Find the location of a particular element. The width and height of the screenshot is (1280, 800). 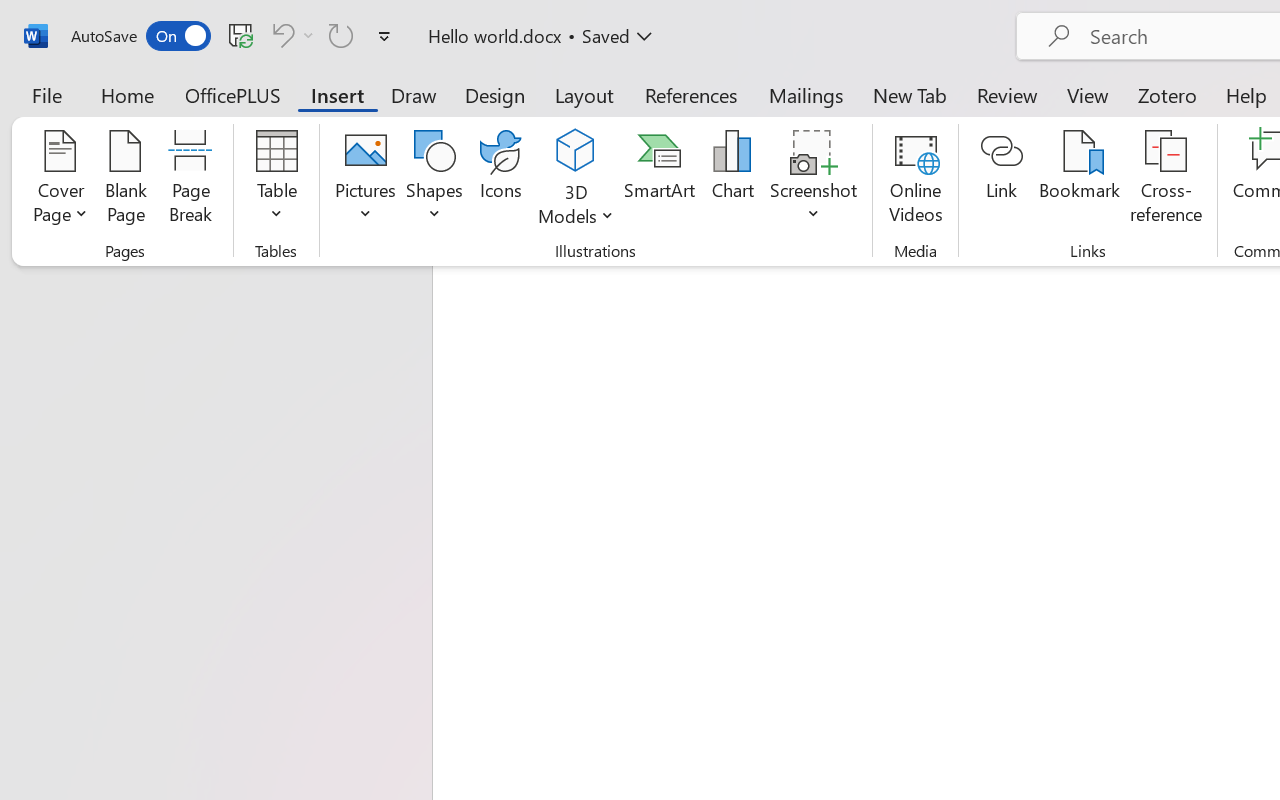

'Zotero' is located at coordinates (1167, 94).